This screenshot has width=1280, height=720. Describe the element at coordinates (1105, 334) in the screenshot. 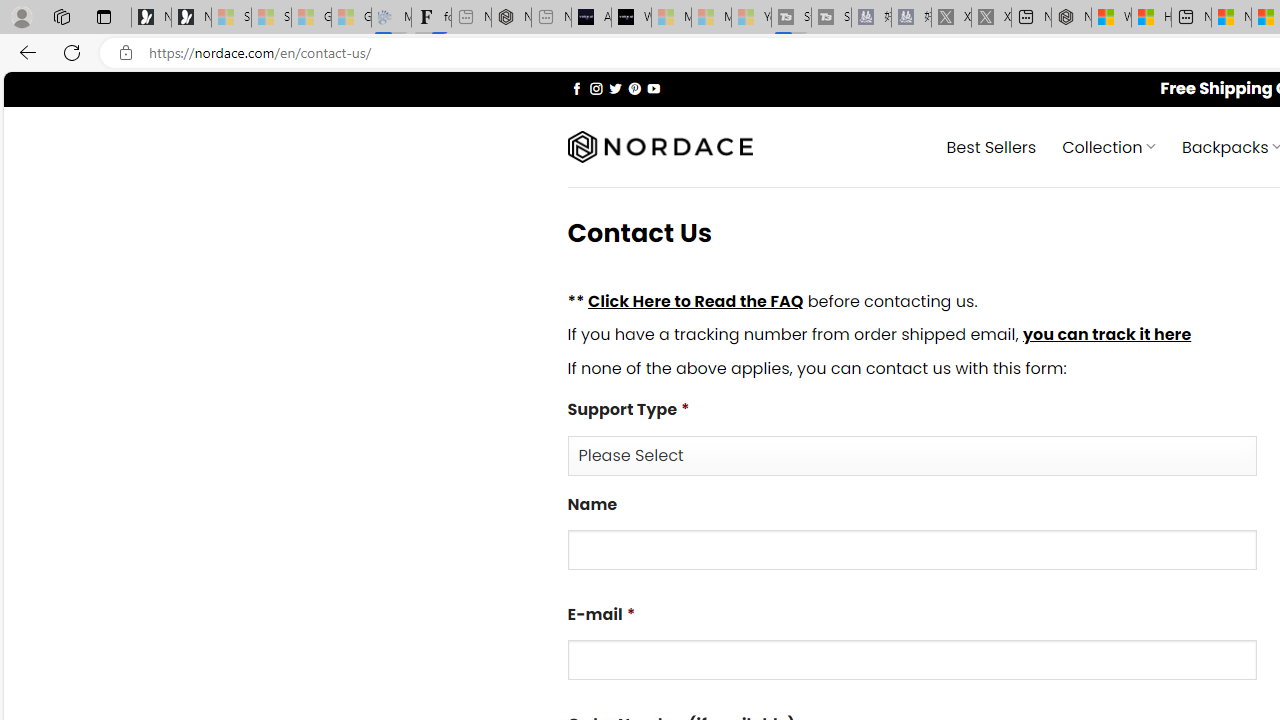

I see `'you can track it here'` at that location.